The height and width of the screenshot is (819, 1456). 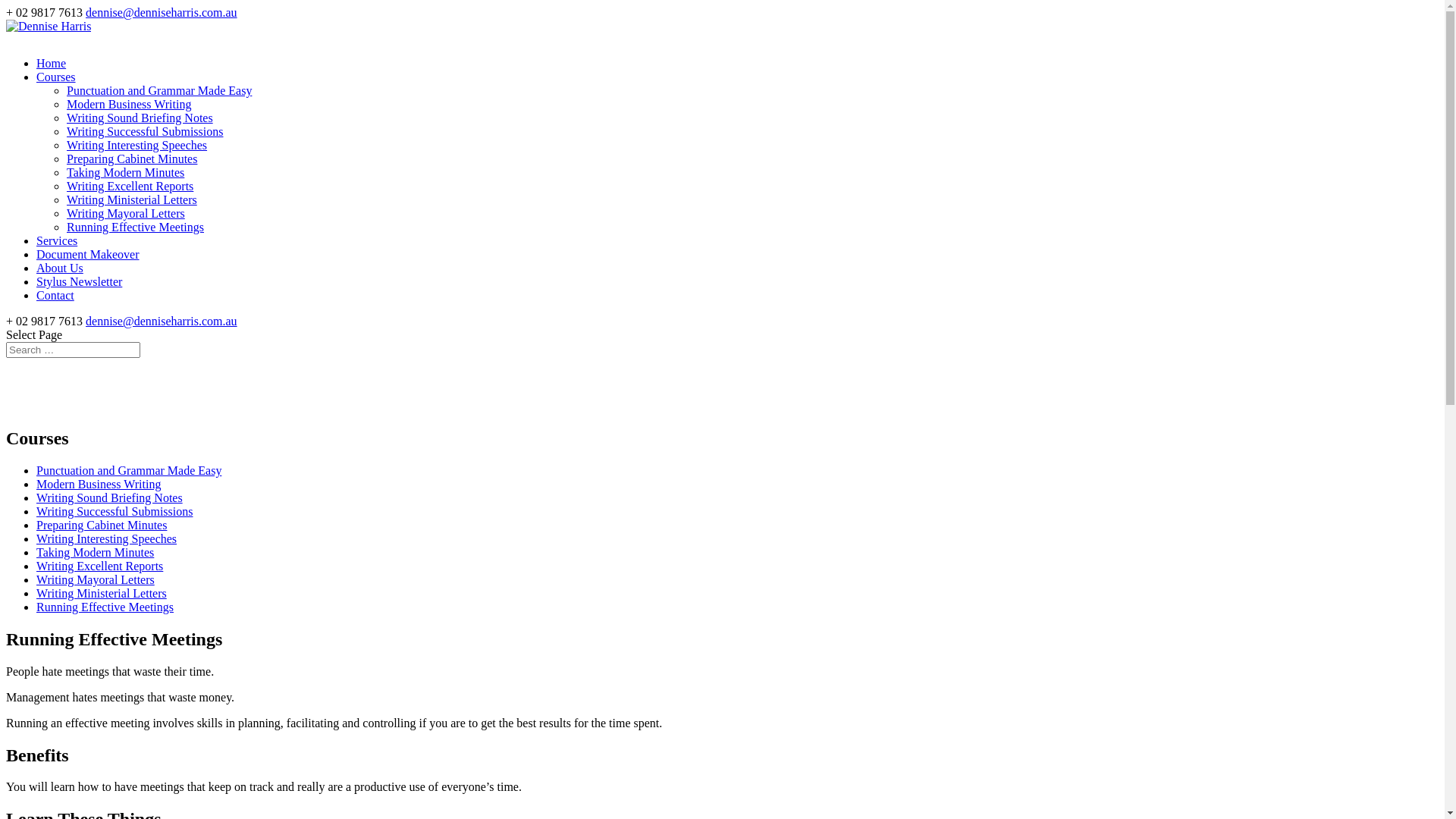 I want to click on 'Writing Interesting Speeches', so click(x=36, y=538).